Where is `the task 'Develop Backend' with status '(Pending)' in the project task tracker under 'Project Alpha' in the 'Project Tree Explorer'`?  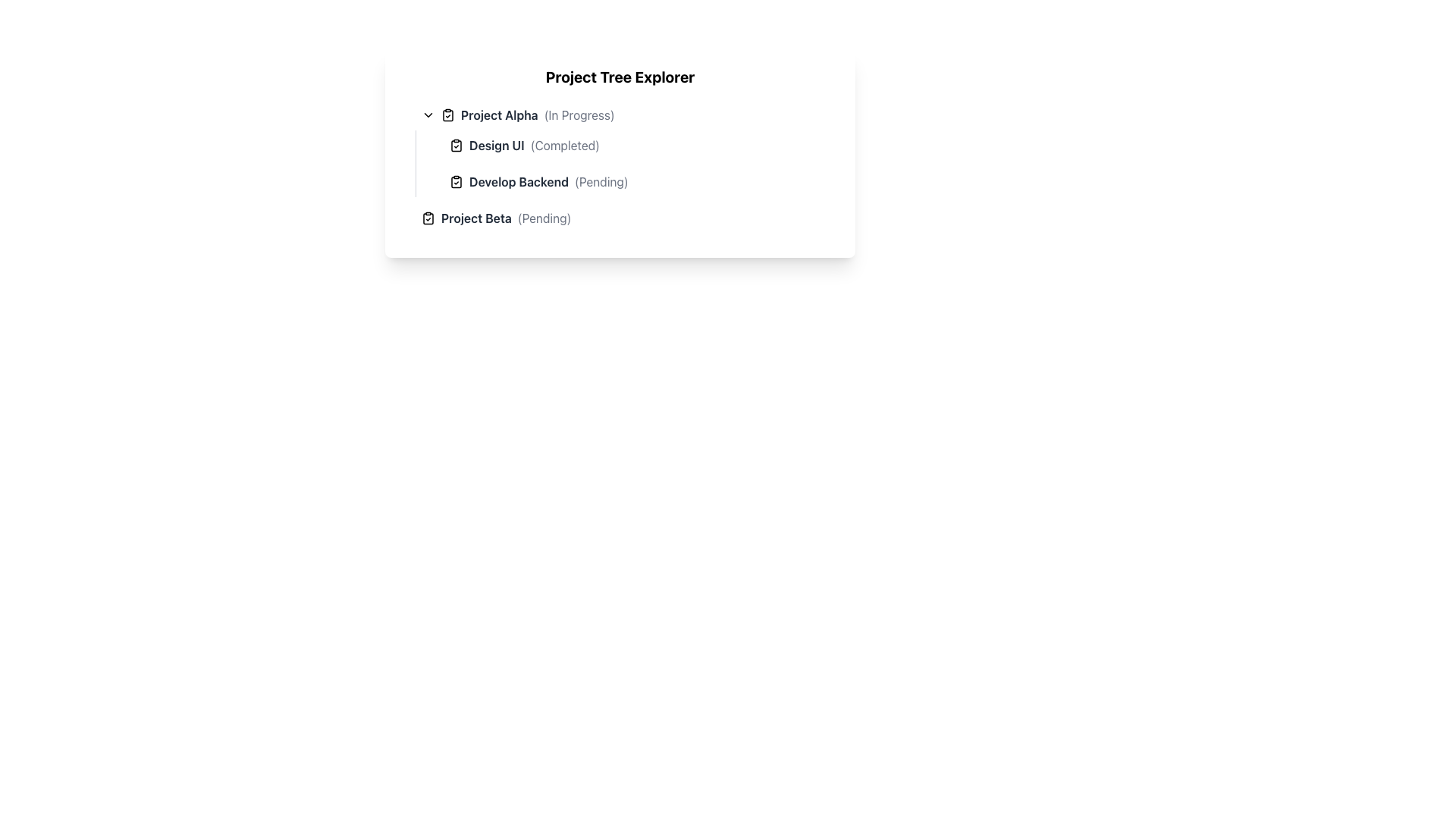
the task 'Develop Backend' with status '(Pending)' in the project task tracker under 'Project Alpha' in the 'Project Tree Explorer' is located at coordinates (620, 166).